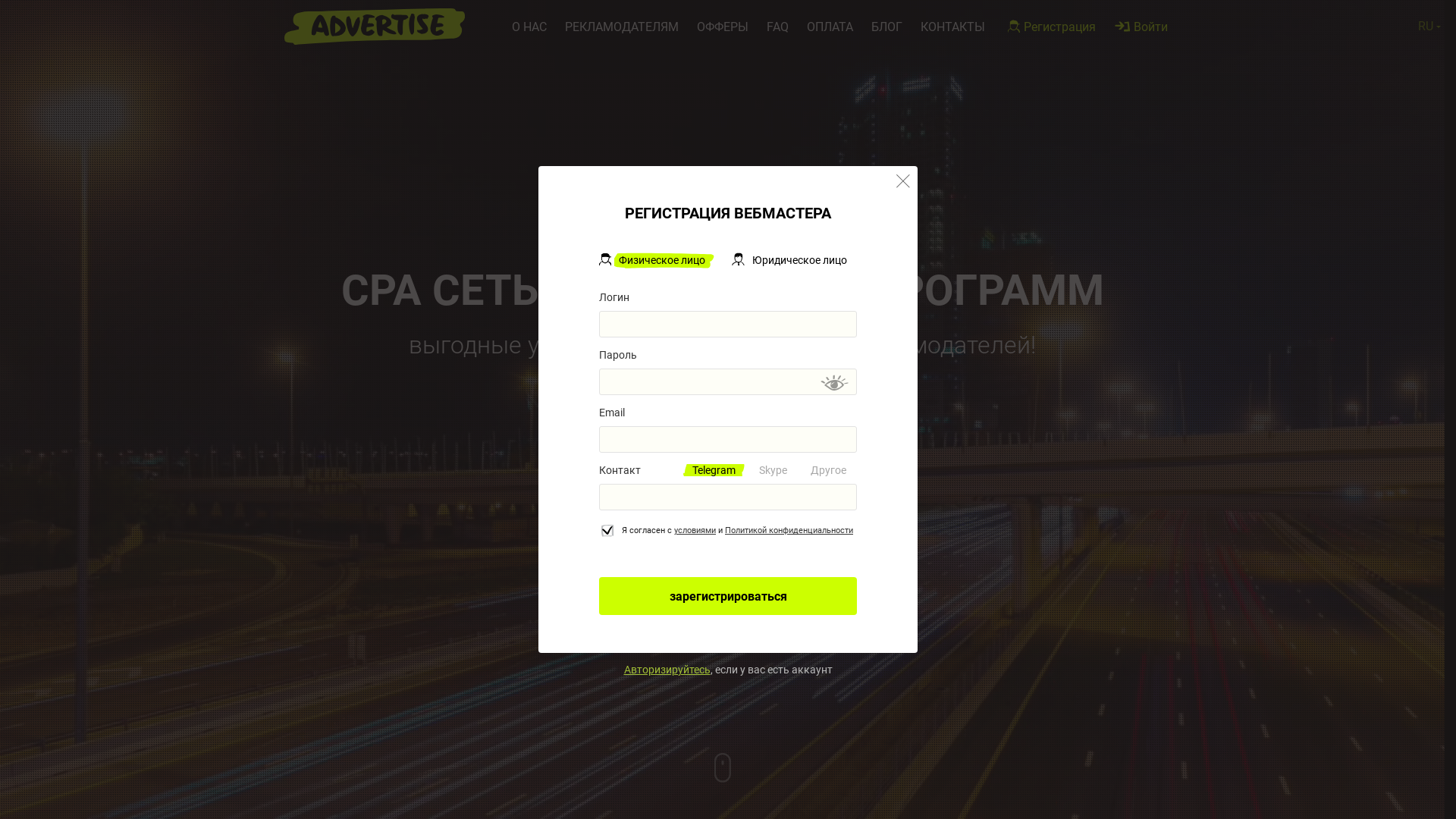 The height and width of the screenshot is (819, 1456). Describe the element at coordinates (767, 27) in the screenshot. I see `'FAQ'` at that location.